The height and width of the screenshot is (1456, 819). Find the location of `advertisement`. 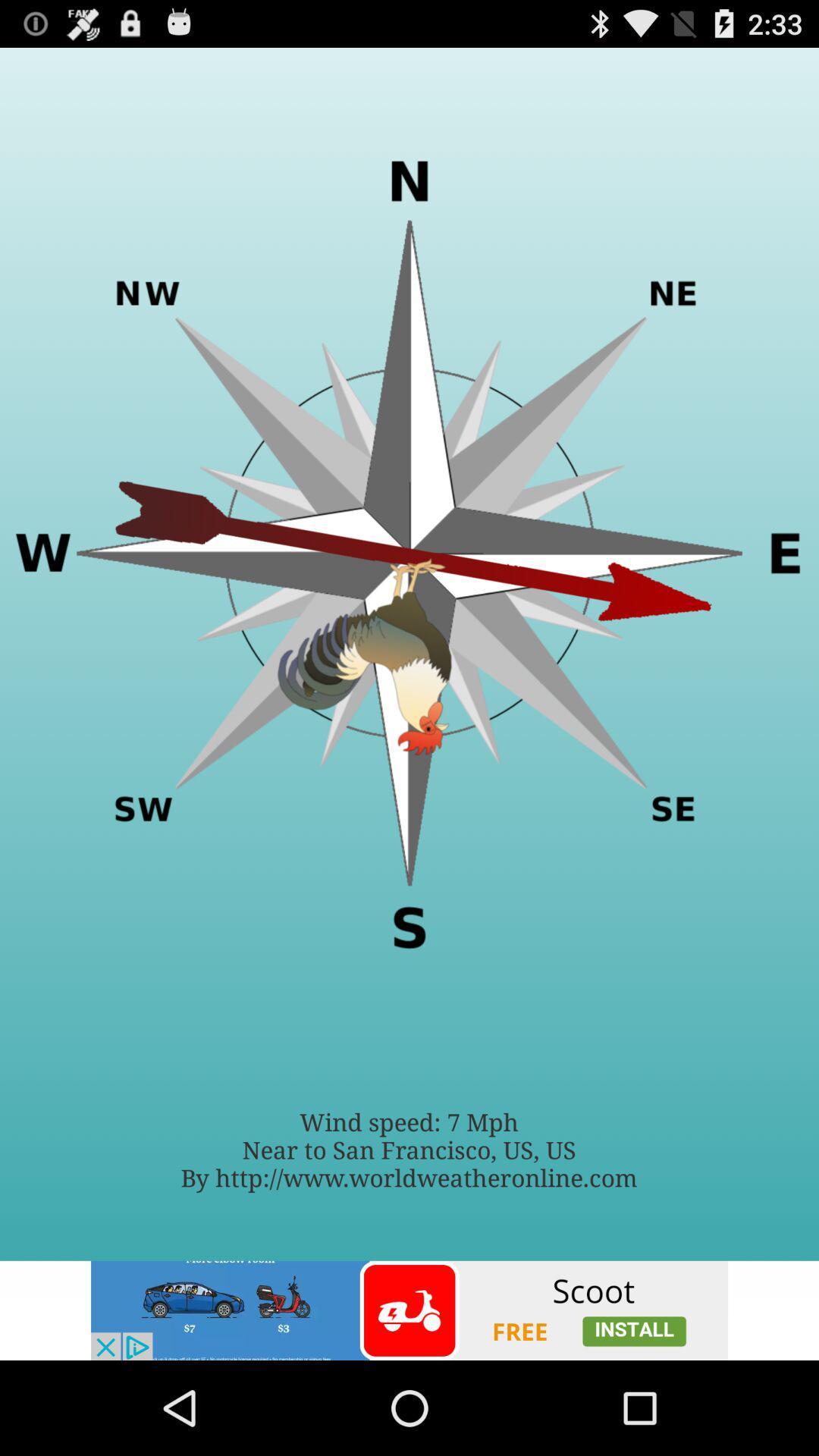

advertisement is located at coordinates (409, 1310).